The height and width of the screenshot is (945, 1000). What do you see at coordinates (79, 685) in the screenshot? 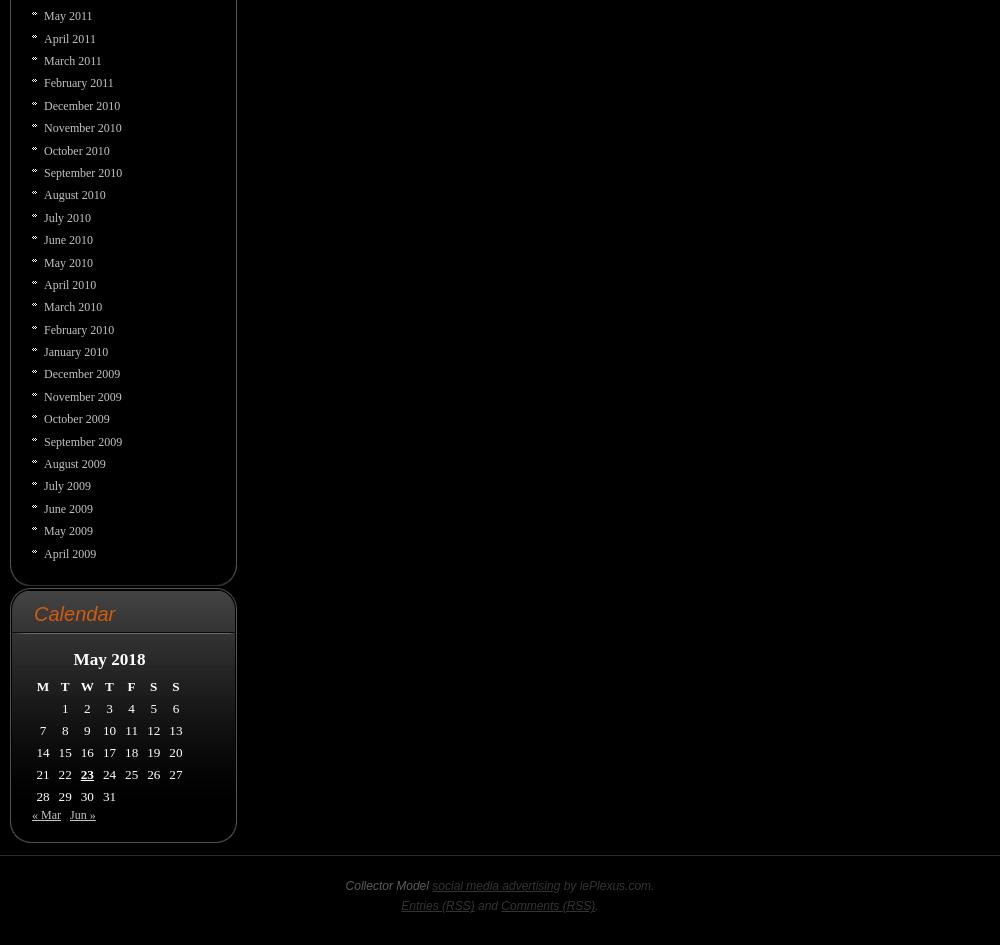
I see `'W'` at bounding box center [79, 685].